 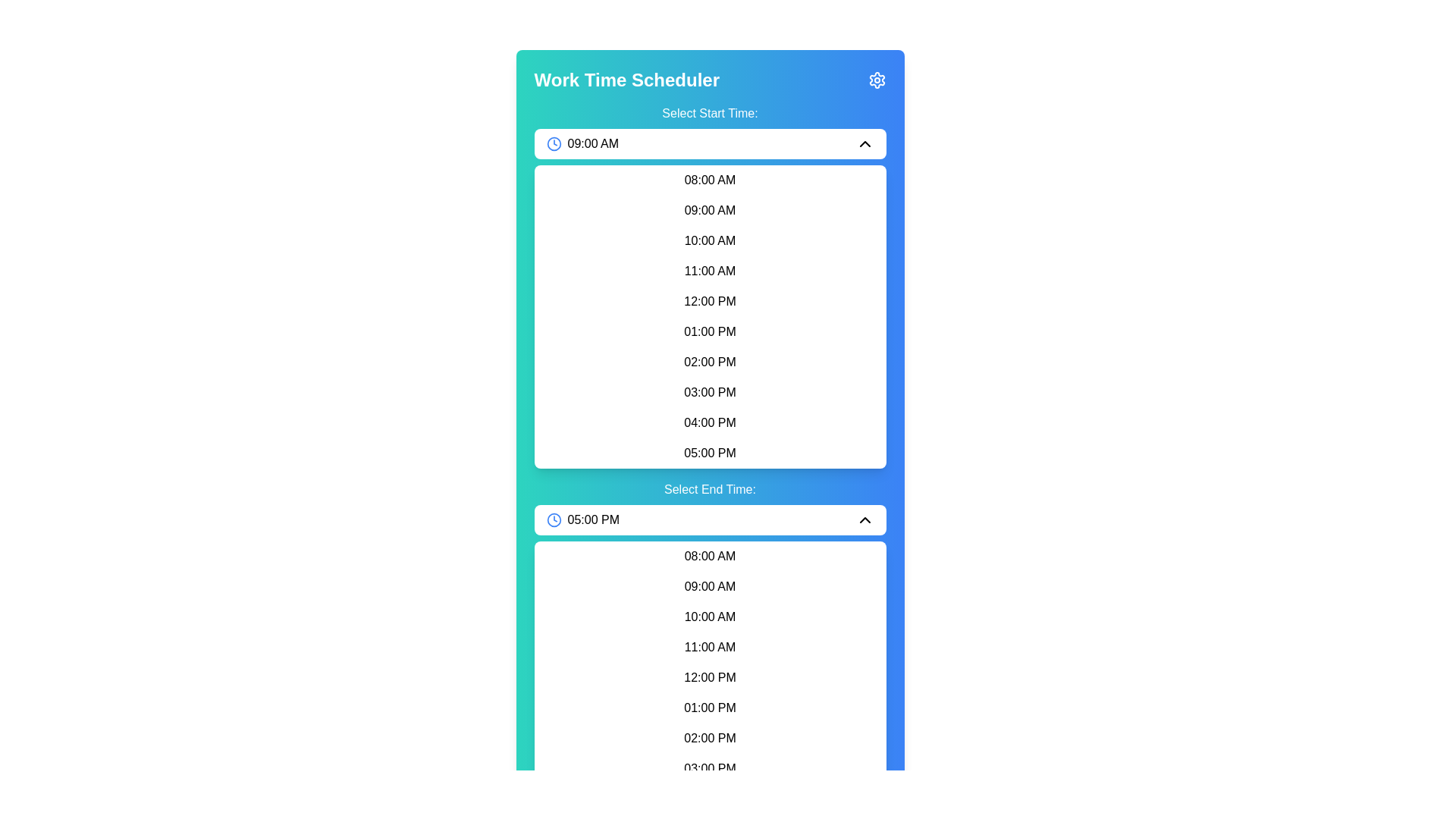 I want to click on the time option displayed as '05:00 PM' in bold black text, which is the last item in the vertical list of time slots under the section titled 'Select Start Time', so click(x=709, y=452).